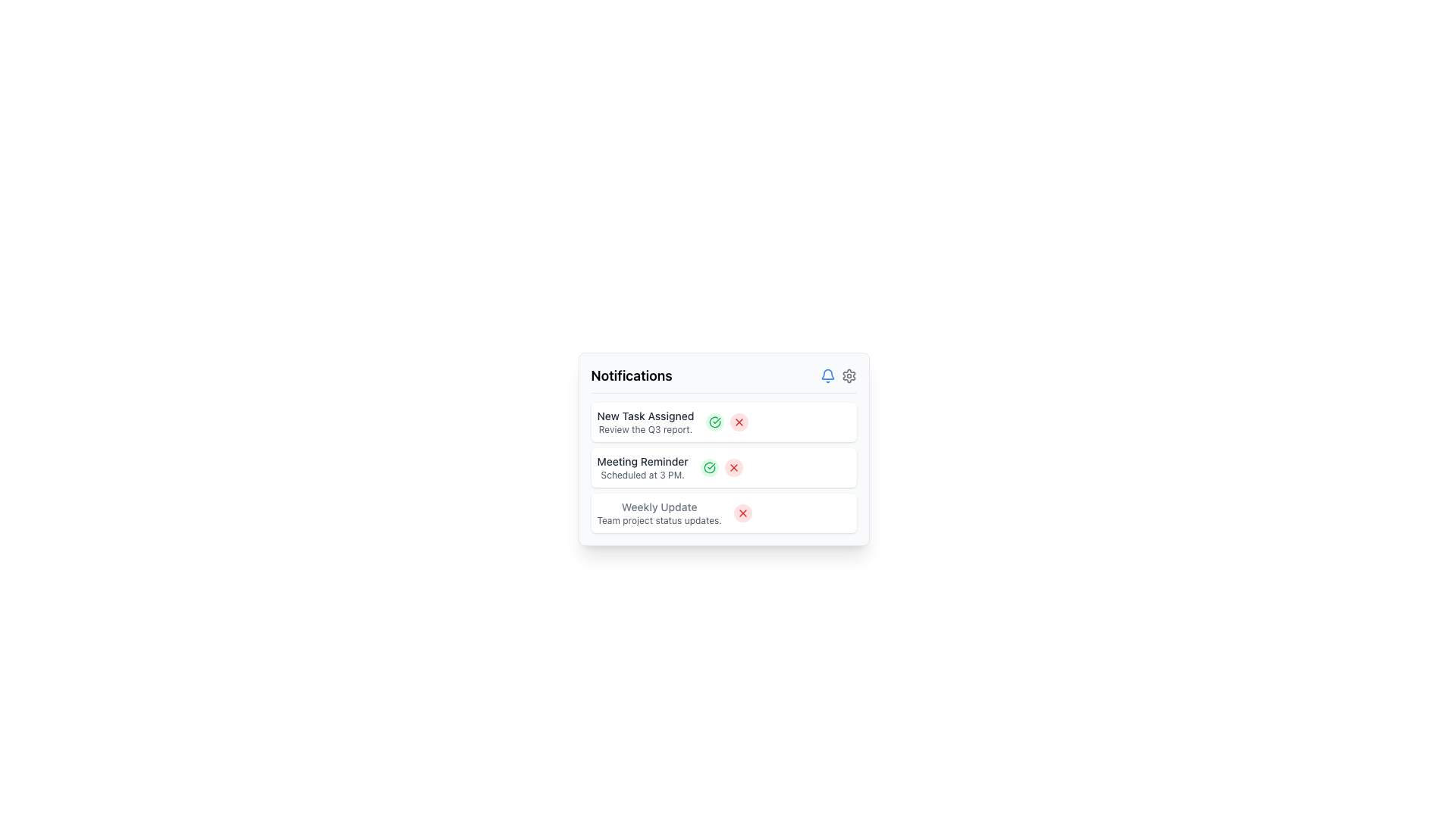 The height and width of the screenshot is (819, 1456). Describe the element at coordinates (742, 513) in the screenshot. I see `the red circular button with a white 'x' icon located at the far-right of the 'Weekly Update' notification card` at that location.